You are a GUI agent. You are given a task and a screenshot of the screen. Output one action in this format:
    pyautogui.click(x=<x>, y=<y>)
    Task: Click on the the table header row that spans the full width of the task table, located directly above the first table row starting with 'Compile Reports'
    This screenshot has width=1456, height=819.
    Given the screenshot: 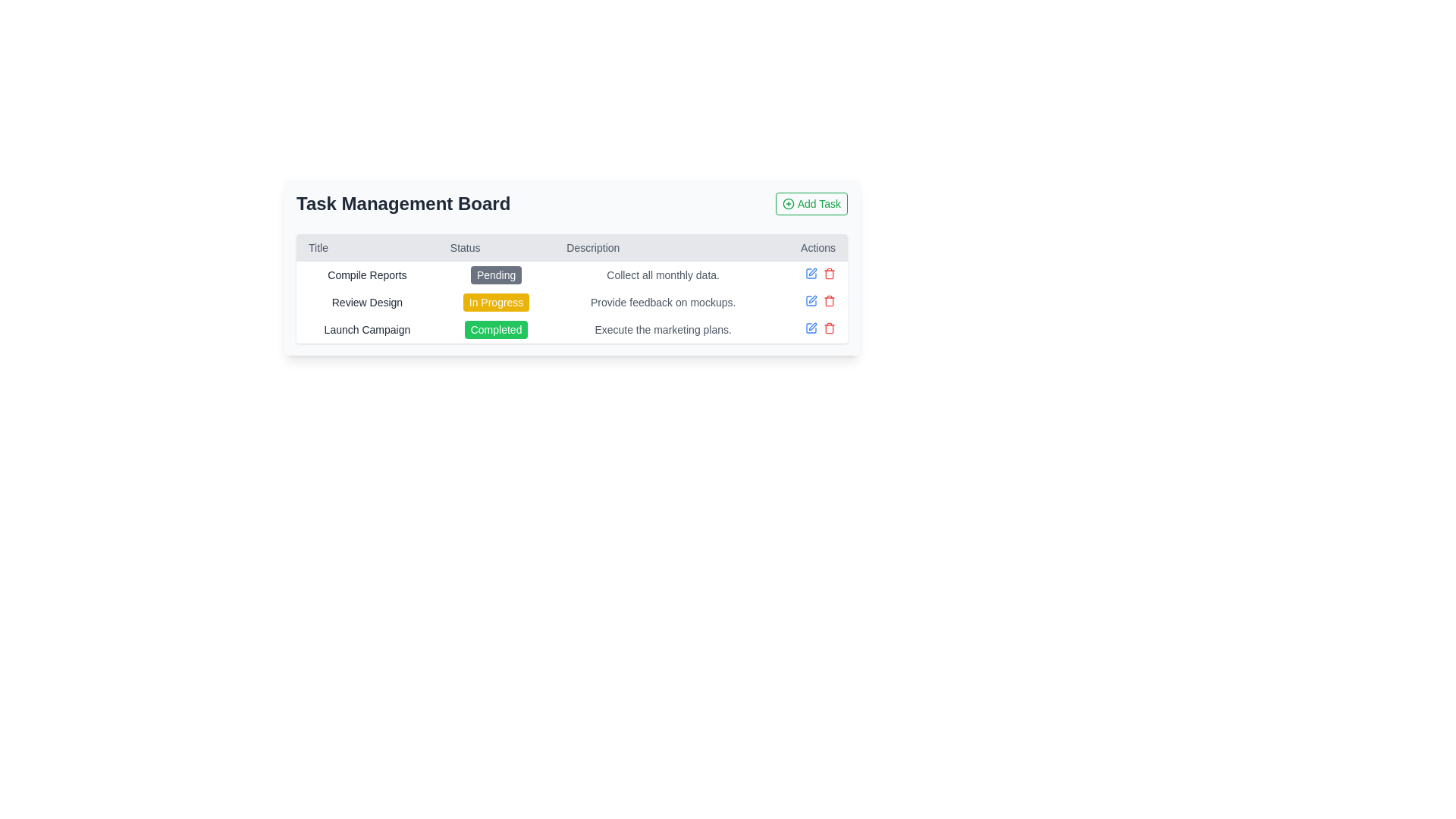 What is the action you would take?
    pyautogui.click(x=571, y=247)
    